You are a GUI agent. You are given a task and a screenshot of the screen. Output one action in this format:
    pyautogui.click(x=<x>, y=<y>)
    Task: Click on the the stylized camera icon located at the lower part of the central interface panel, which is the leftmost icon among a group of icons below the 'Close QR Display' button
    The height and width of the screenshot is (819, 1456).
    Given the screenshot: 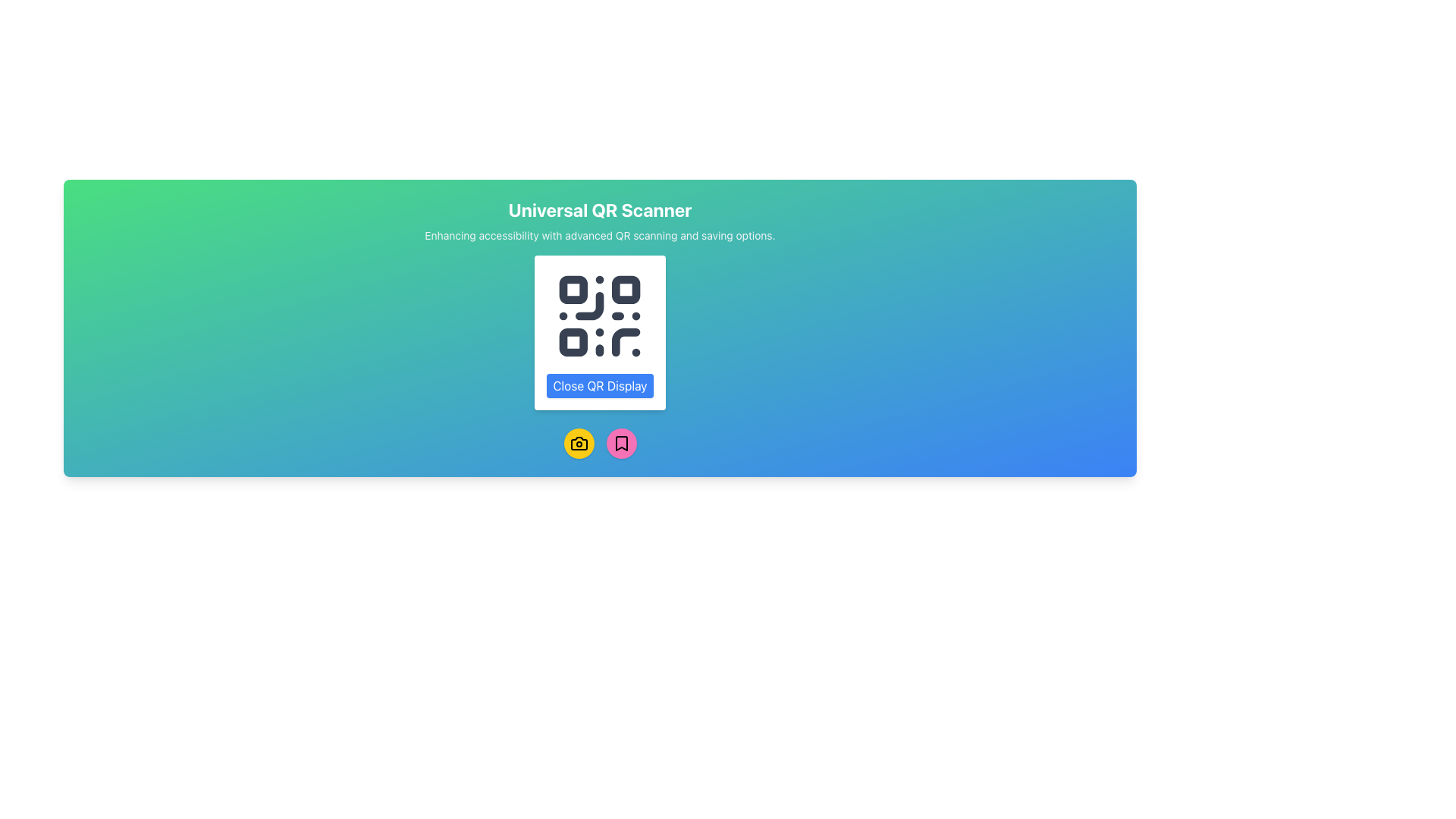 What is the action you would take?
    pyautogui.click(x=578, y=444)
    